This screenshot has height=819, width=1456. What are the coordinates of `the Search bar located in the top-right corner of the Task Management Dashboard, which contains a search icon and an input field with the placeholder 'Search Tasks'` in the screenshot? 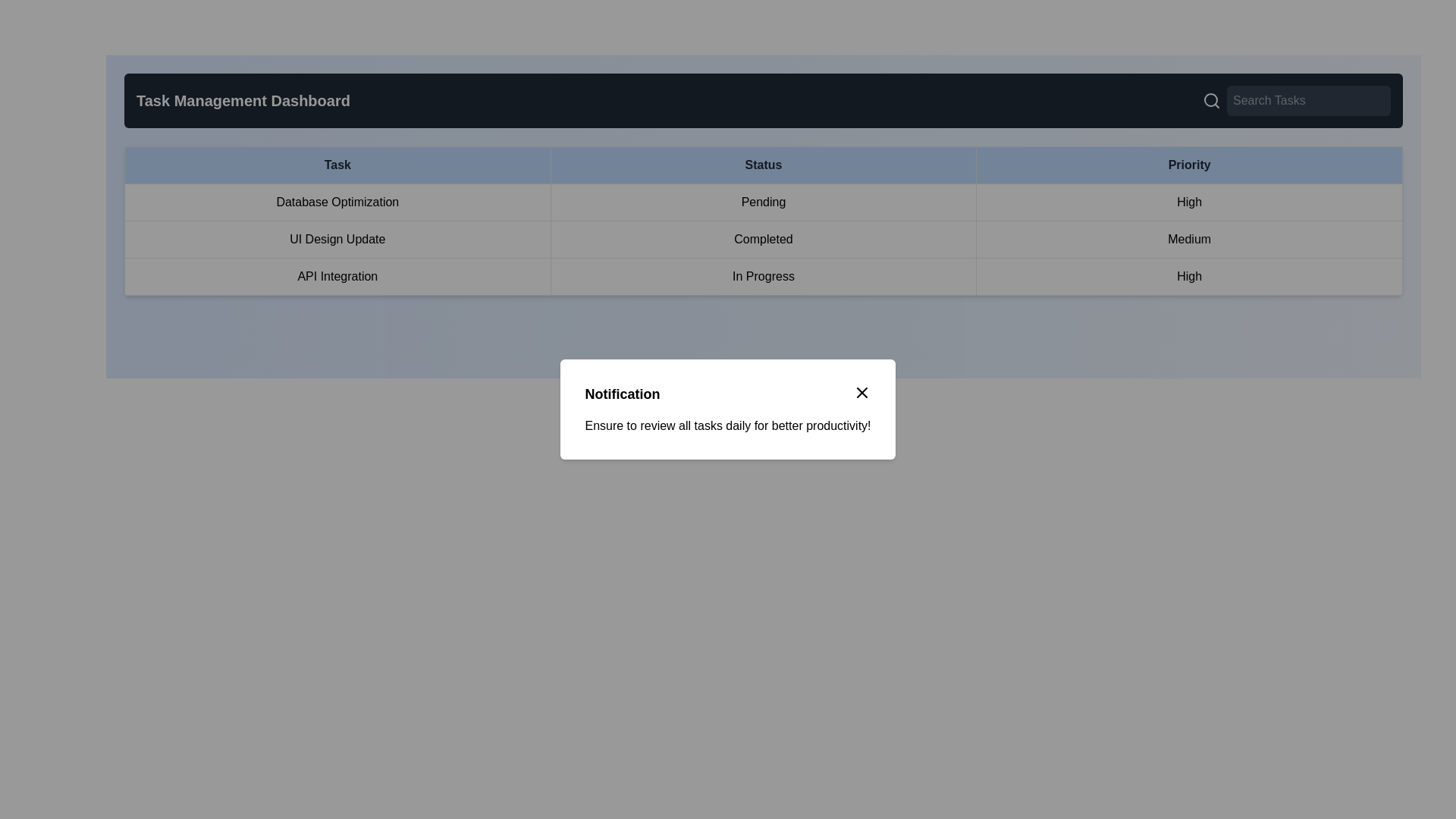 It's located at (1295, 100).